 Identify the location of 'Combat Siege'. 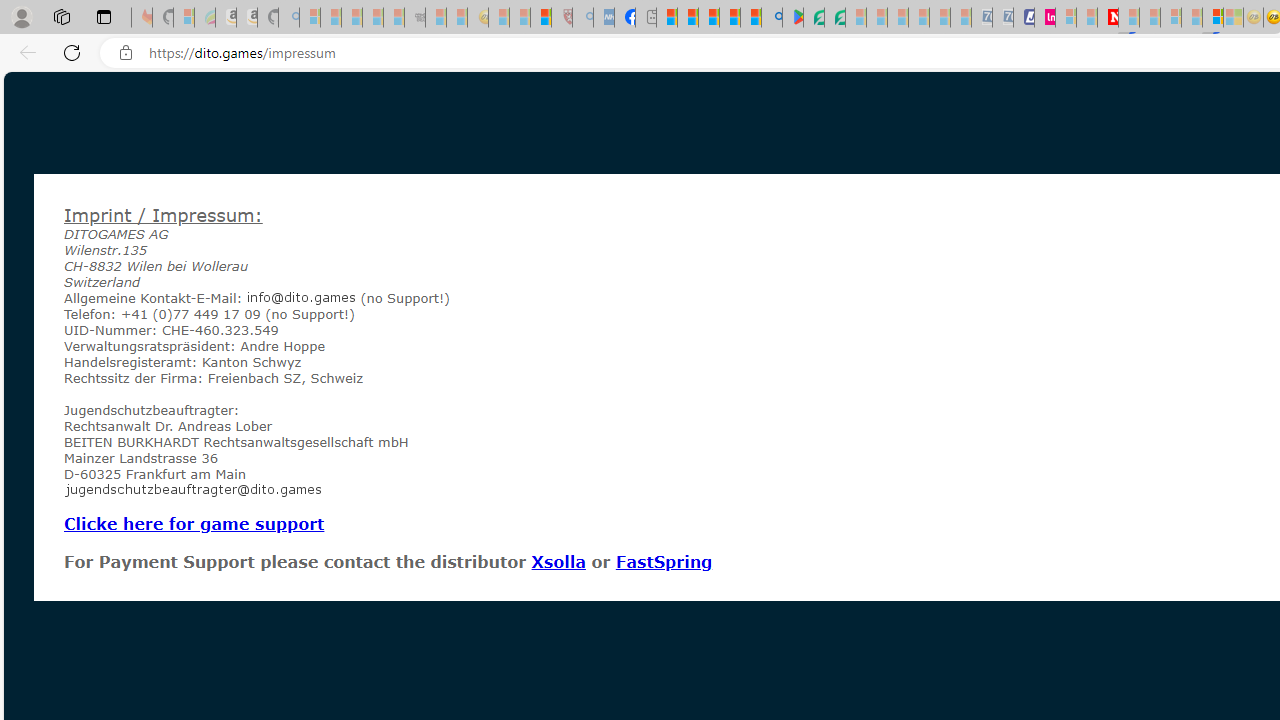
(413, 17).